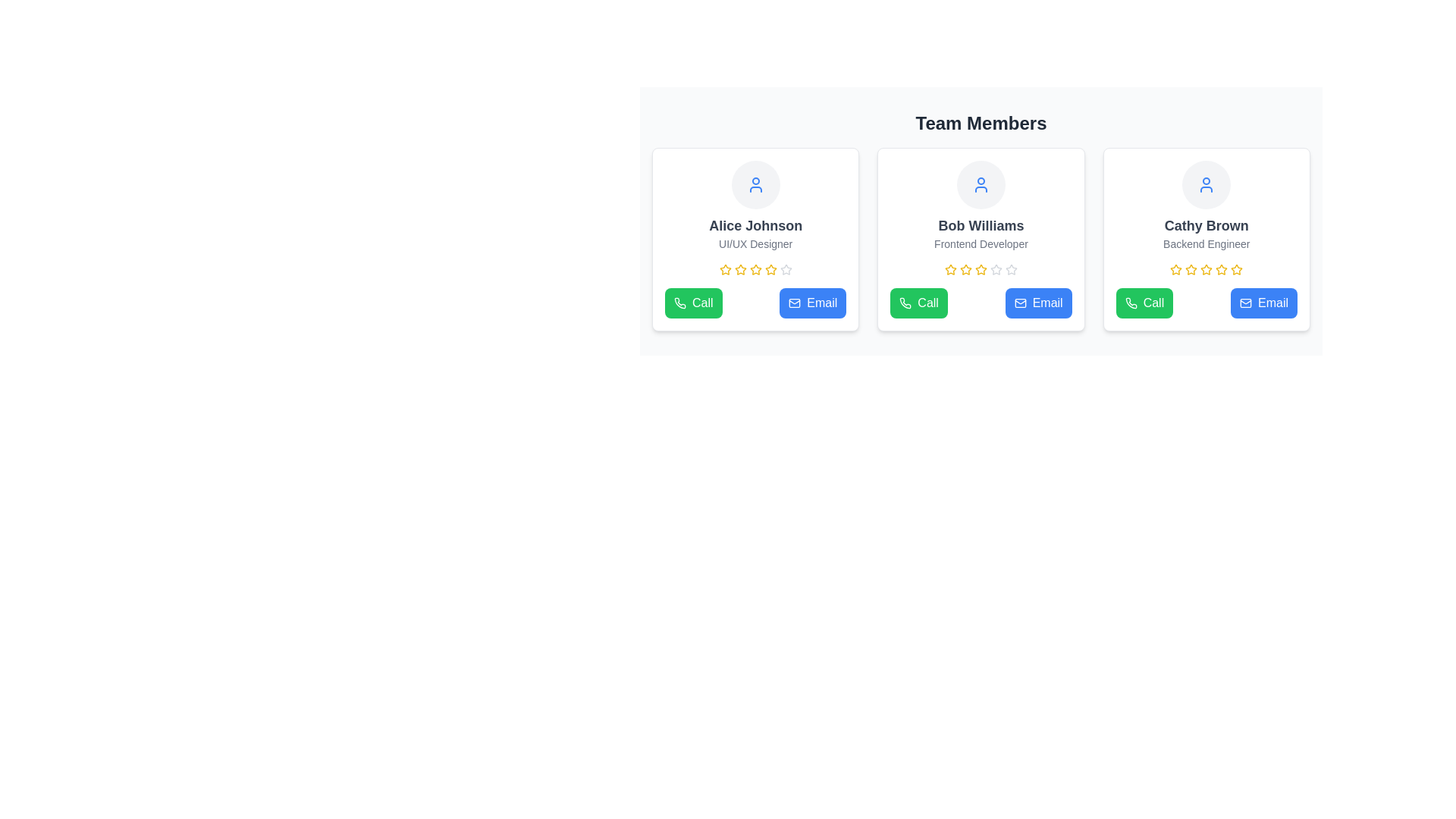  What do you see at coordinates (812, 303) in the screenshot?
I see `the 'Email' button with a blue background and white text, located in the bottom-right corner of the card for 'Alice Johnson', to provide visual feedback` at bounding box center [812, 303].